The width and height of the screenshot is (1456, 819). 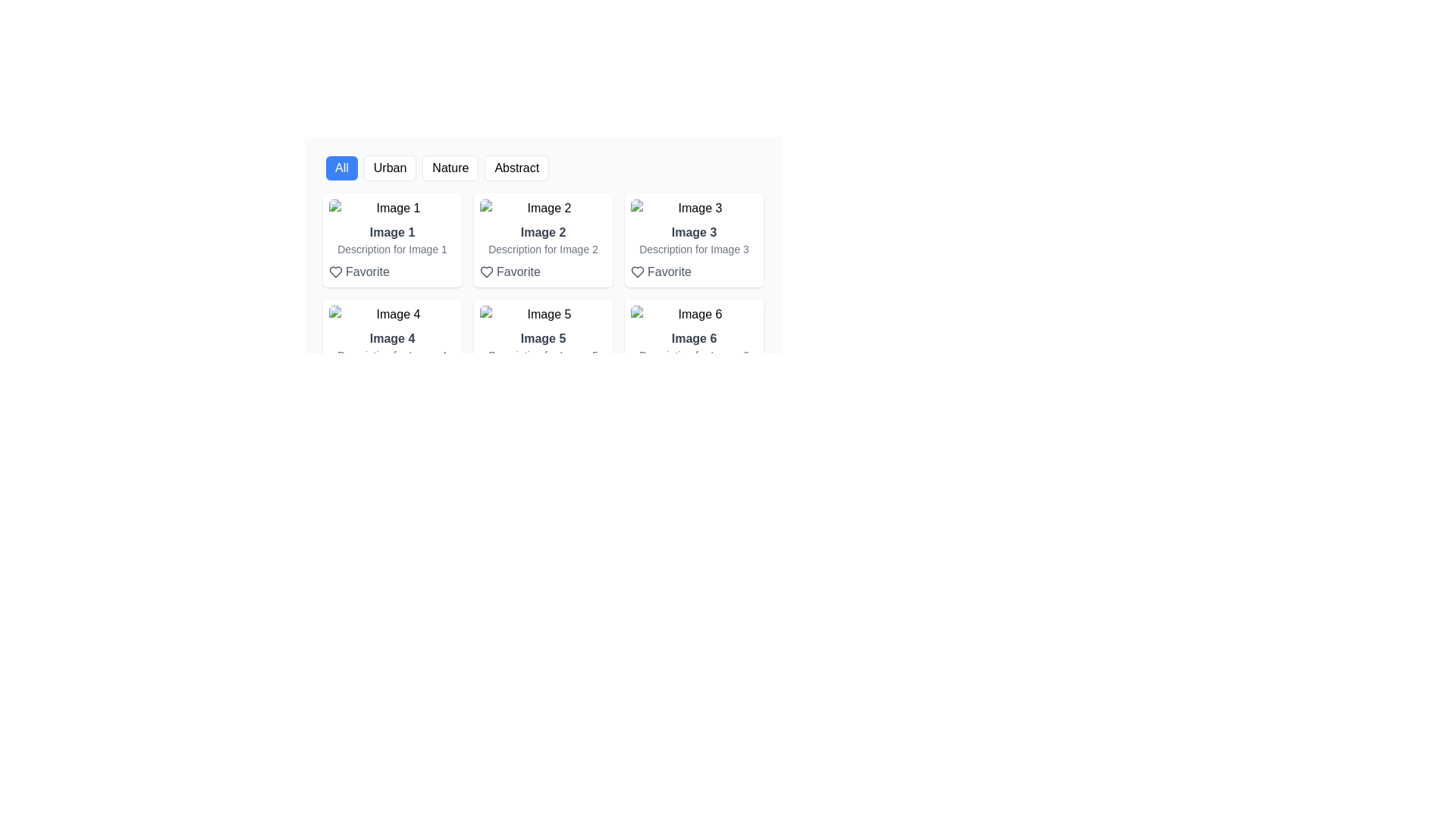 I want to click on text displayed in the label titled 'Image 4', which is styled in bold gray font and positioned above the description text in the fourth tile of the grid layout, so click(x=392, y=338).